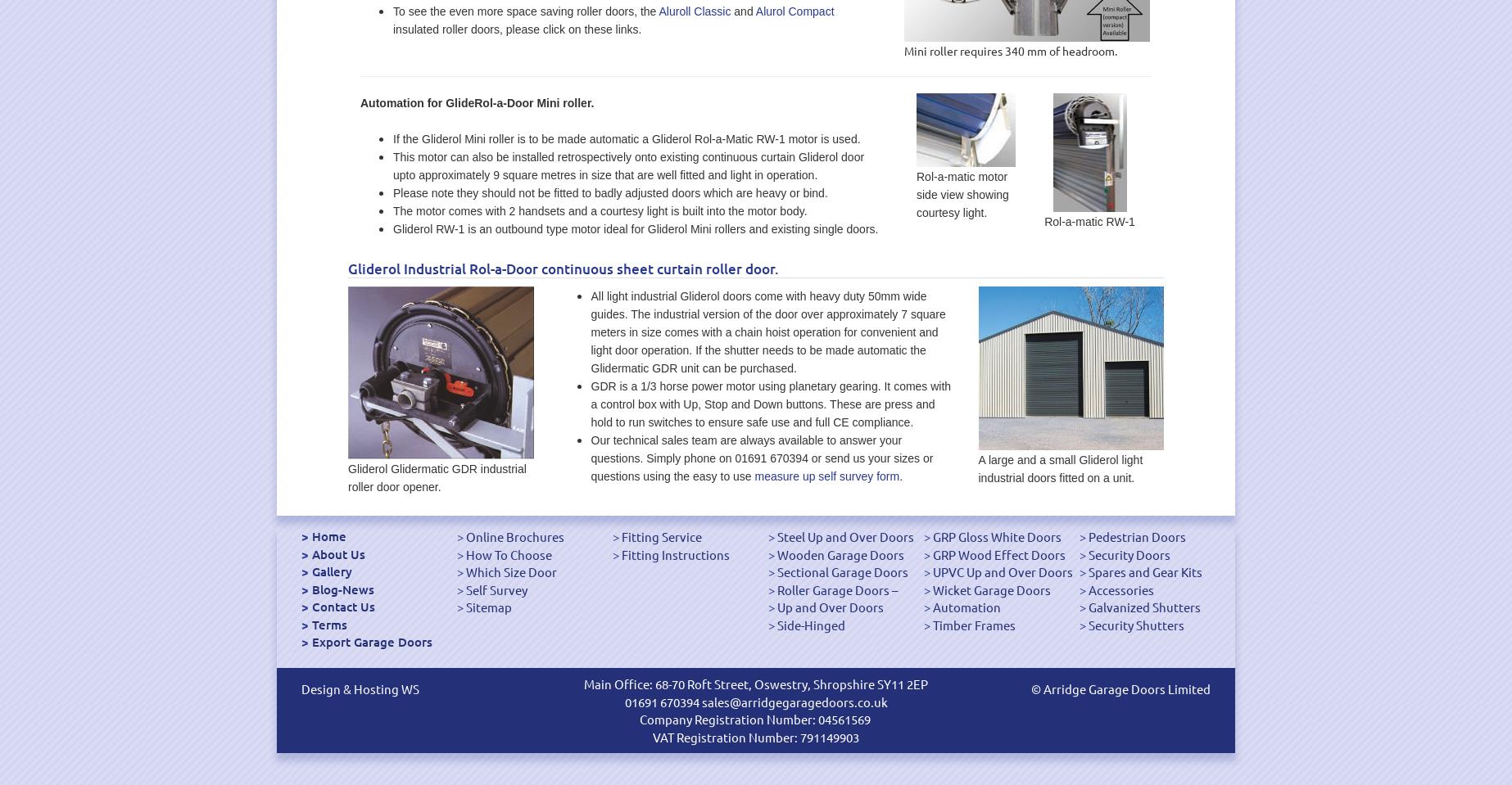  I want to click on 'Steel Up and Over Doors', so click(777, 536).